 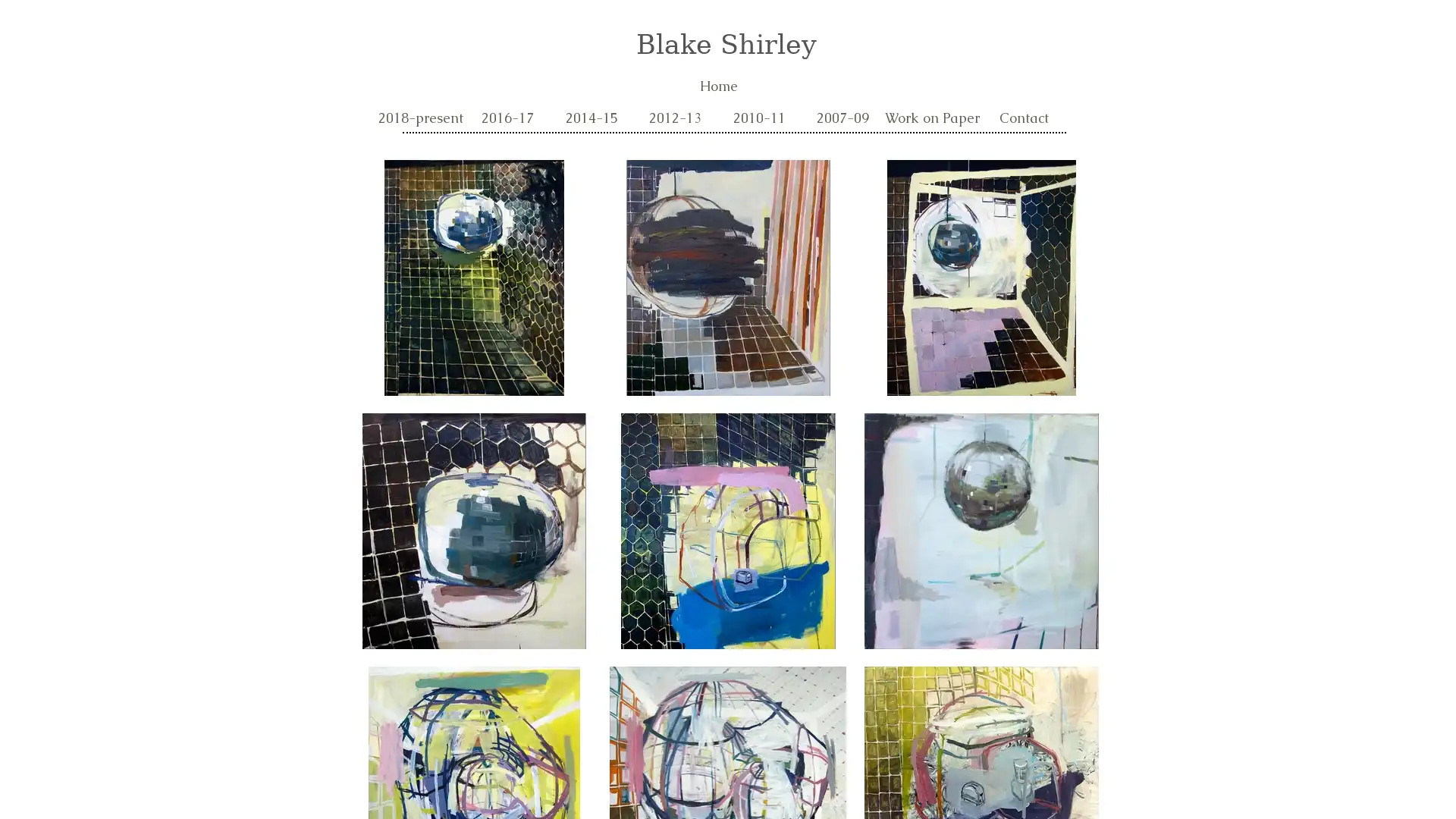 I want to click on 2.jpg, so click(x=981, y=278).